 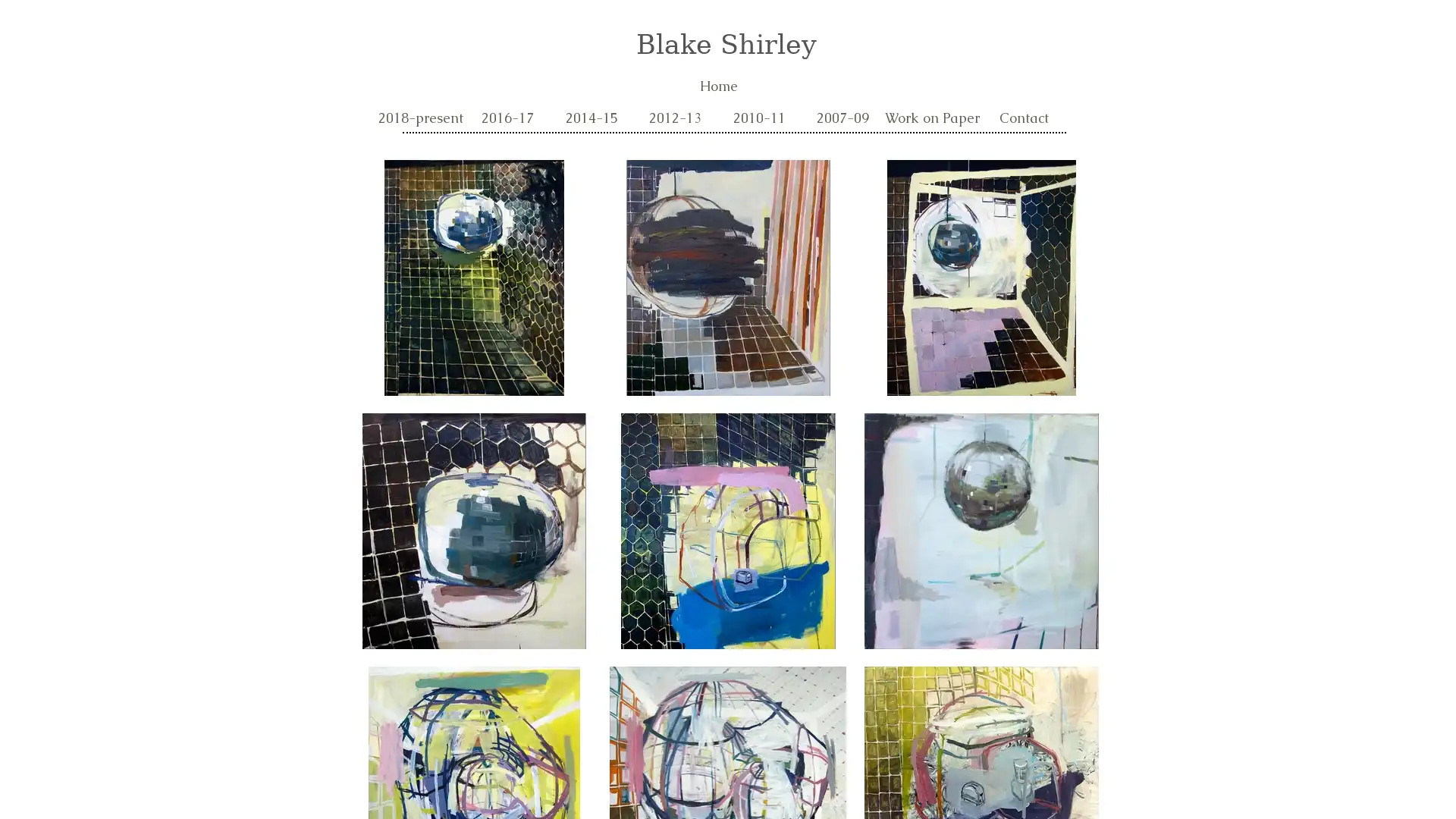 I want to click on 2.jpg, so click(x=981, y=278).